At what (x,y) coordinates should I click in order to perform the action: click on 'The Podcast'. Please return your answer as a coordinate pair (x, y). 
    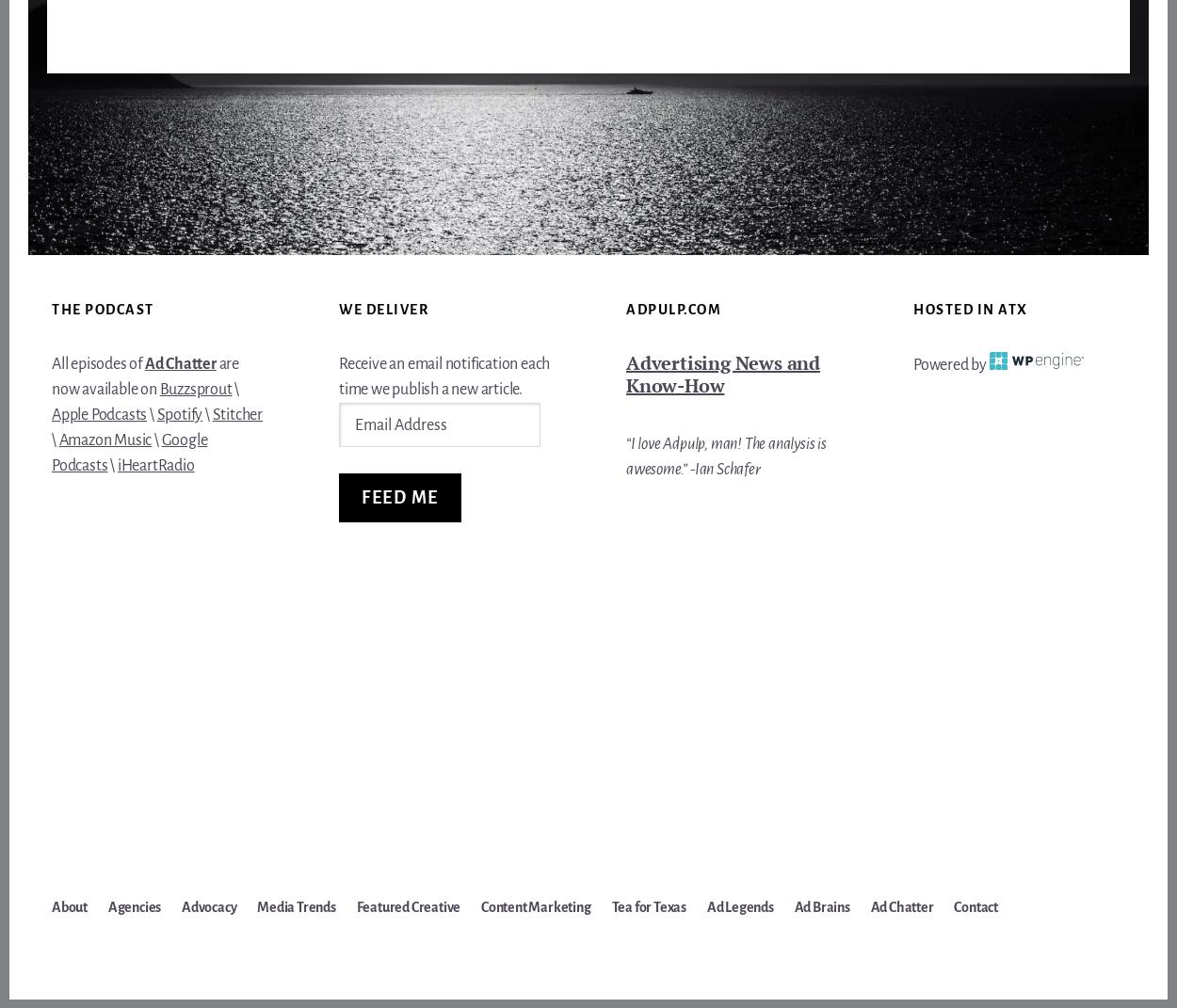
    Looking at the image, I should click on (52, 308).